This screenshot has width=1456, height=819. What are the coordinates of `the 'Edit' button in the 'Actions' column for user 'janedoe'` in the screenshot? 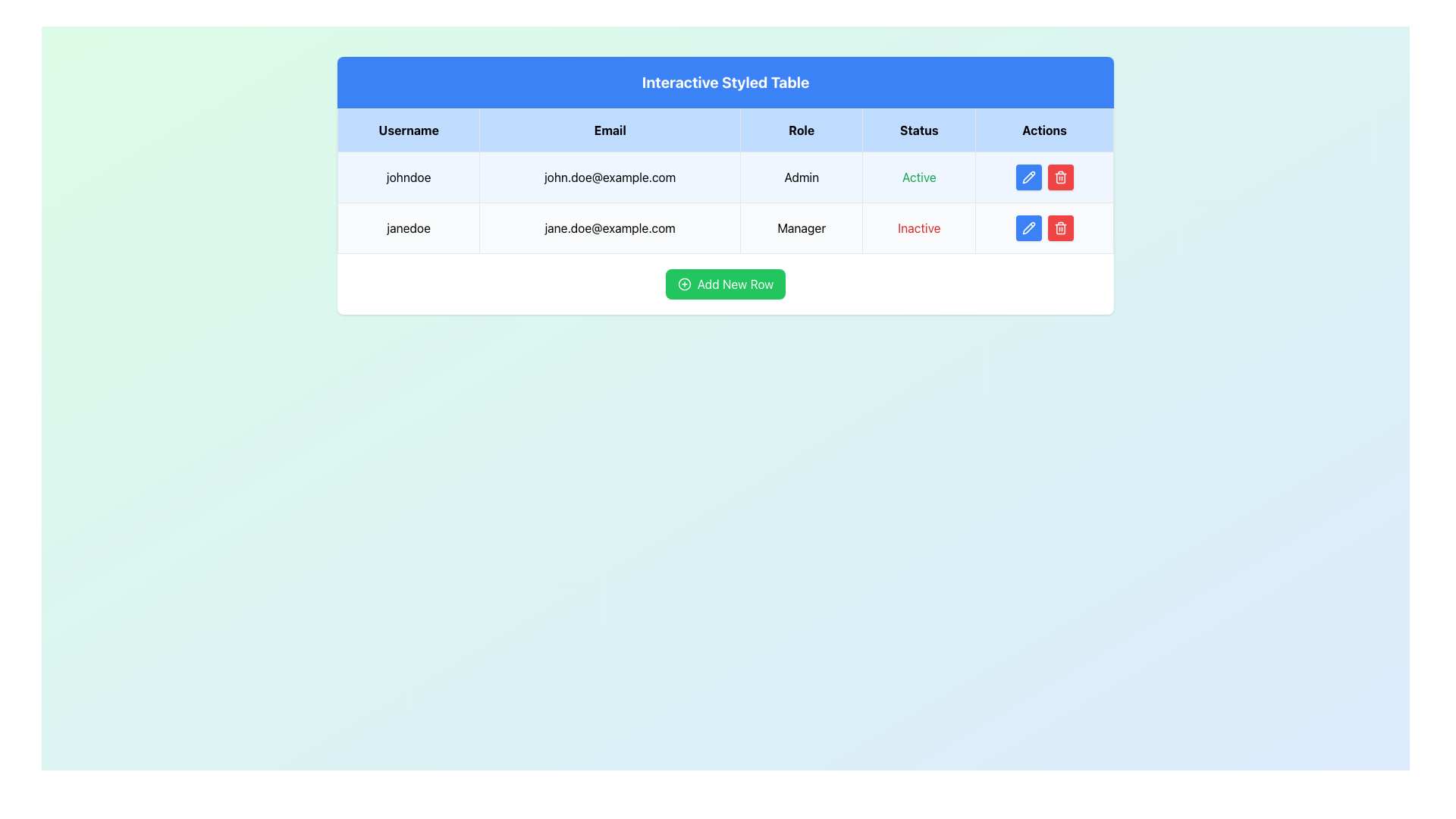 It's located at (1028, 227).